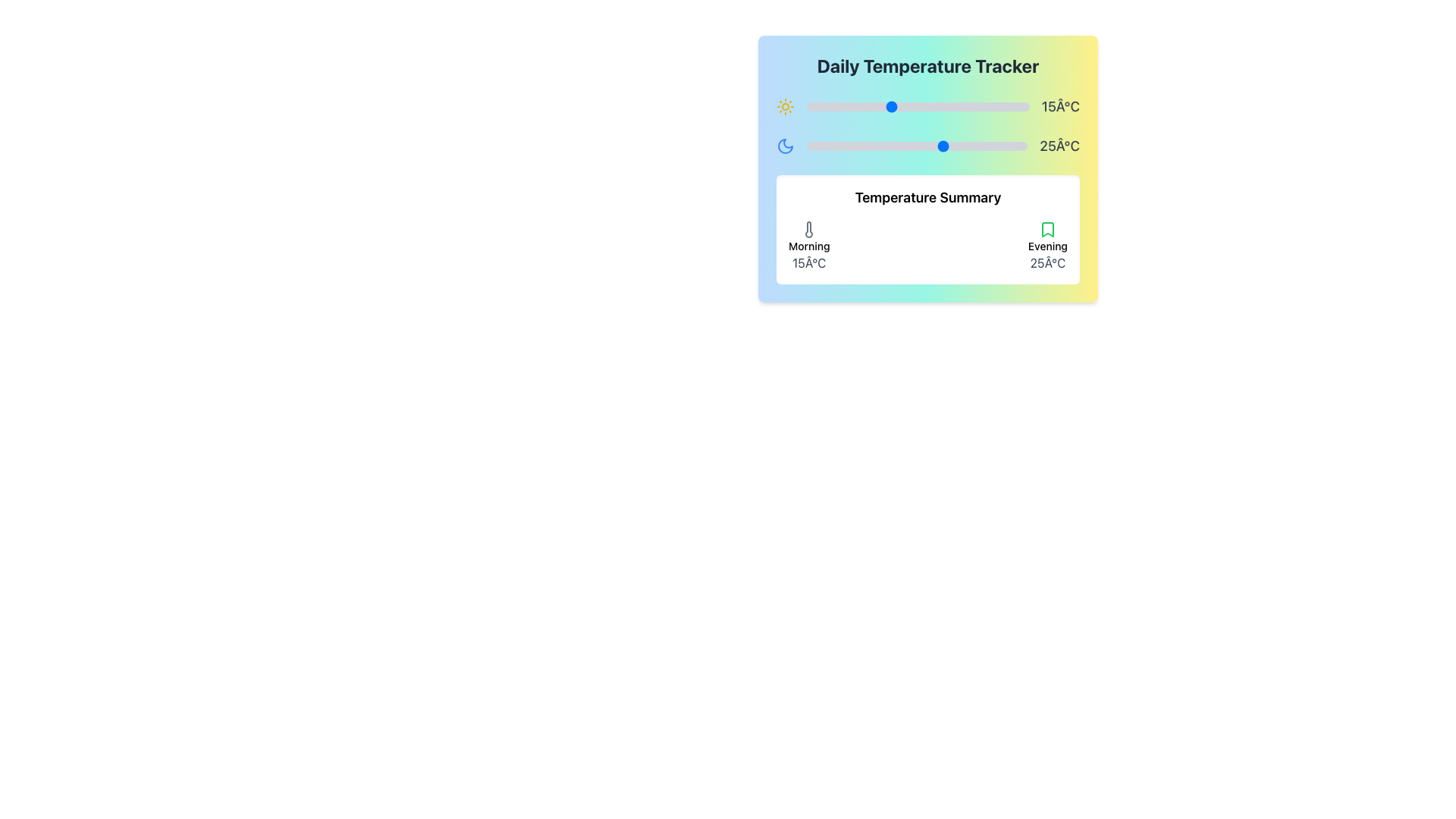 The height and width of the screenshot is (819, 1456). Describe the element at coordinates (867, 146) in the screenshot. I see `the slider value` at that location.